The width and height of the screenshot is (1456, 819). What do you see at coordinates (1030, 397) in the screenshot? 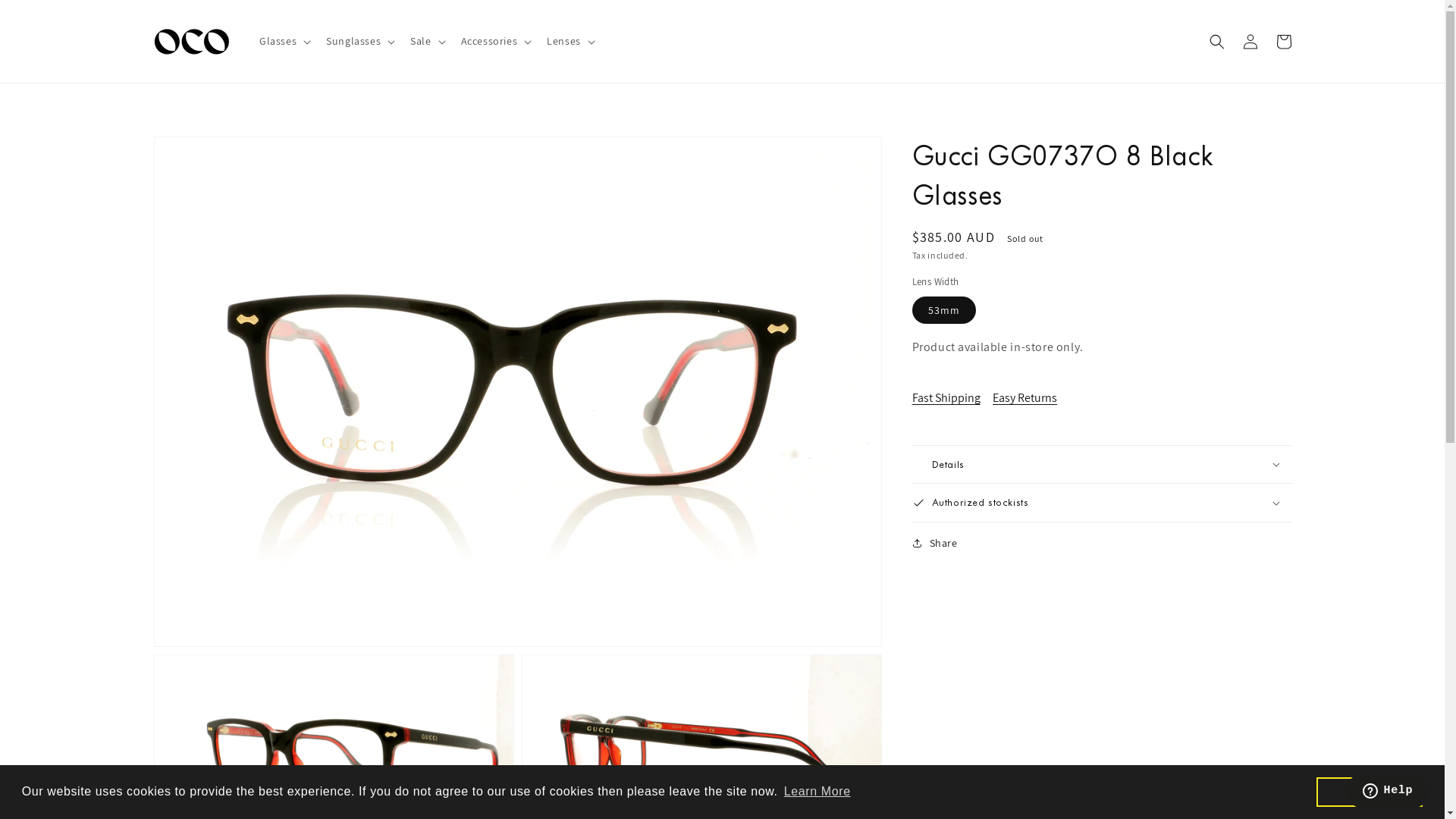
I see `'Easy Returns'` at bounding box center [1030, 397].